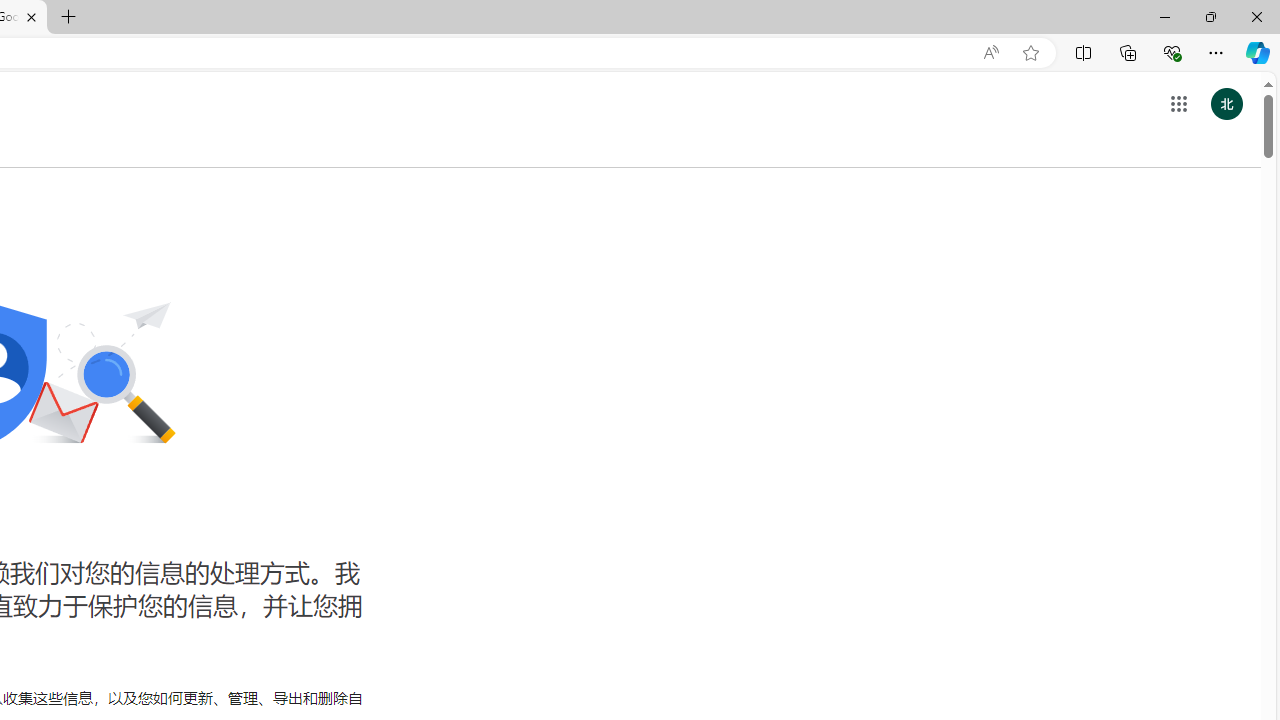 The width and height of the screenshot is (1280, 720). What do you see at coordinates (1178, 104) in the screenshot?
I see `'Class: gb_E'` at bounding box center [1178, 104].